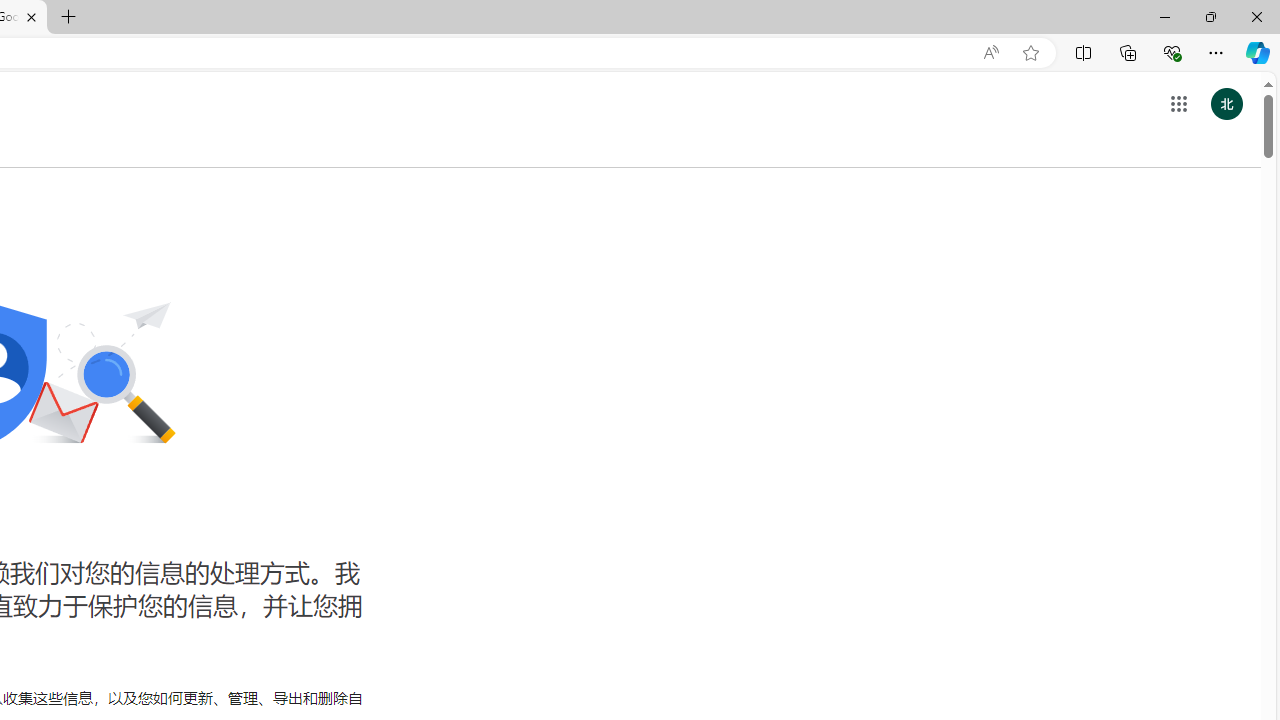 The width and height of the screenshot is (1280, 720). What do you see at coordinates (1178, 104) in the screenshot?
I see `'Class: gb_E'` at bounding box center [1178, 104].